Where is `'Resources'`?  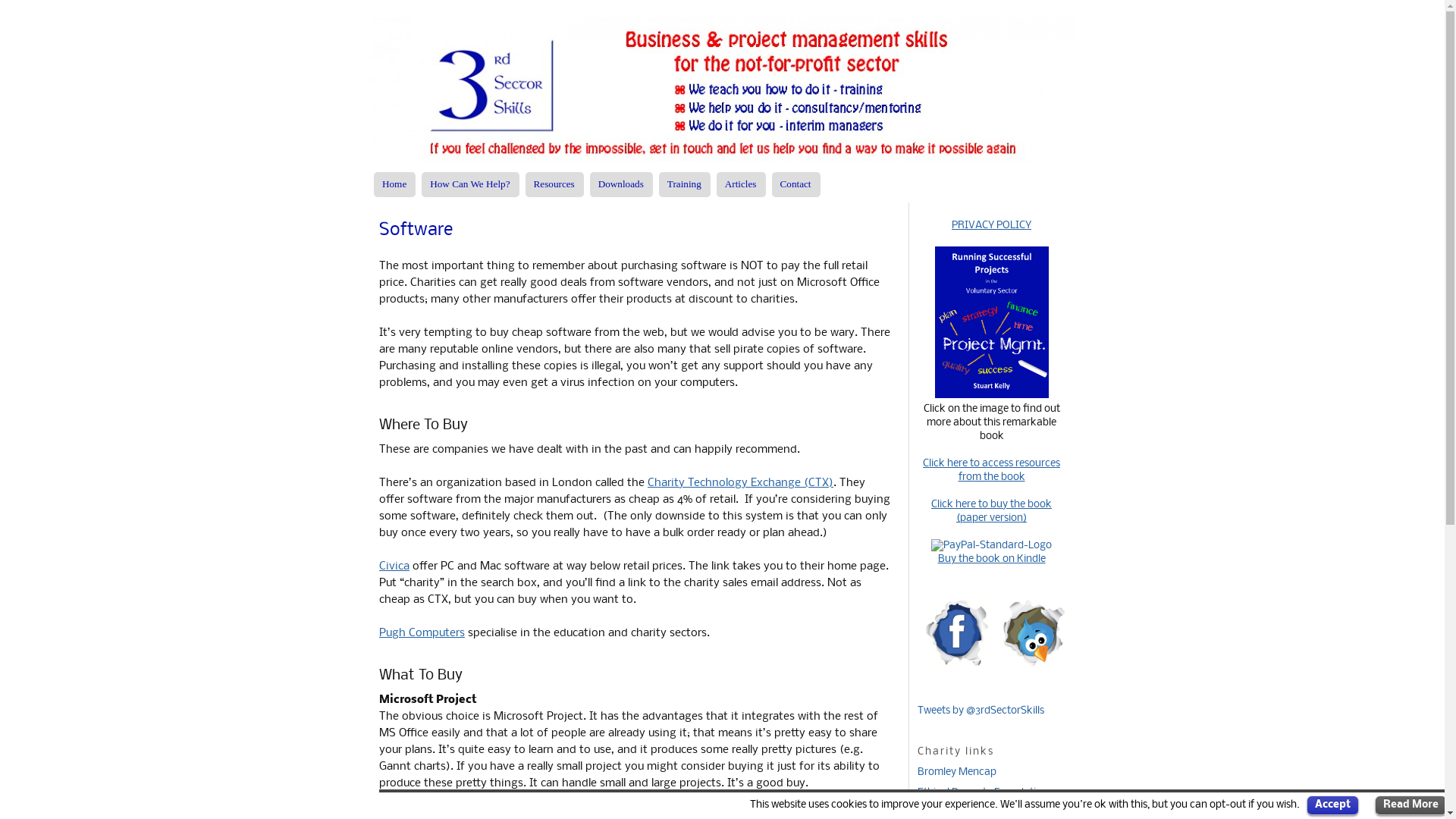 'Resources' is located at coordinates (554, 184).